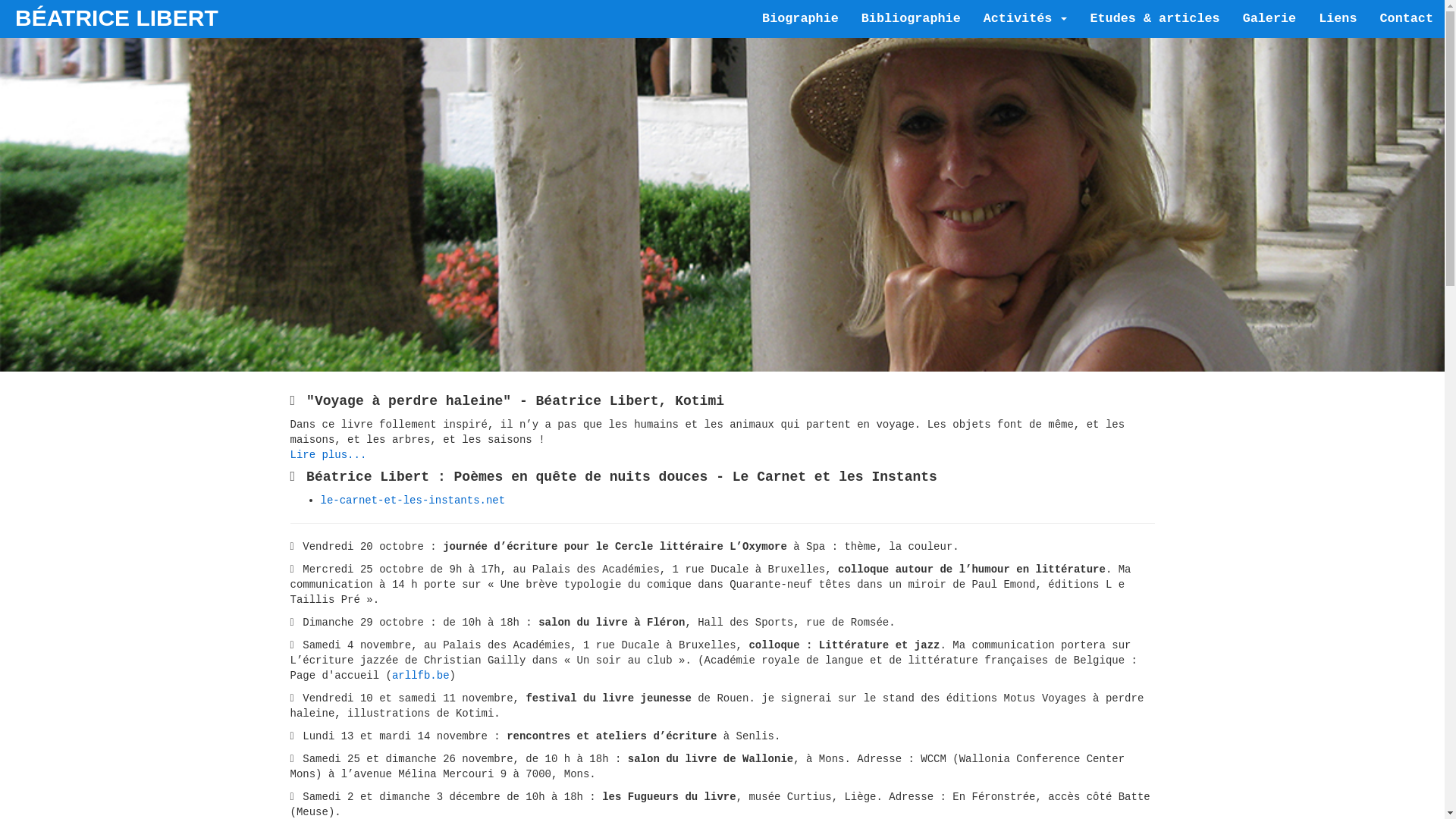 Image resolution: width=1456 pixels, height=819 pixels. I want to click on 'Liens', so click(1337, 18).